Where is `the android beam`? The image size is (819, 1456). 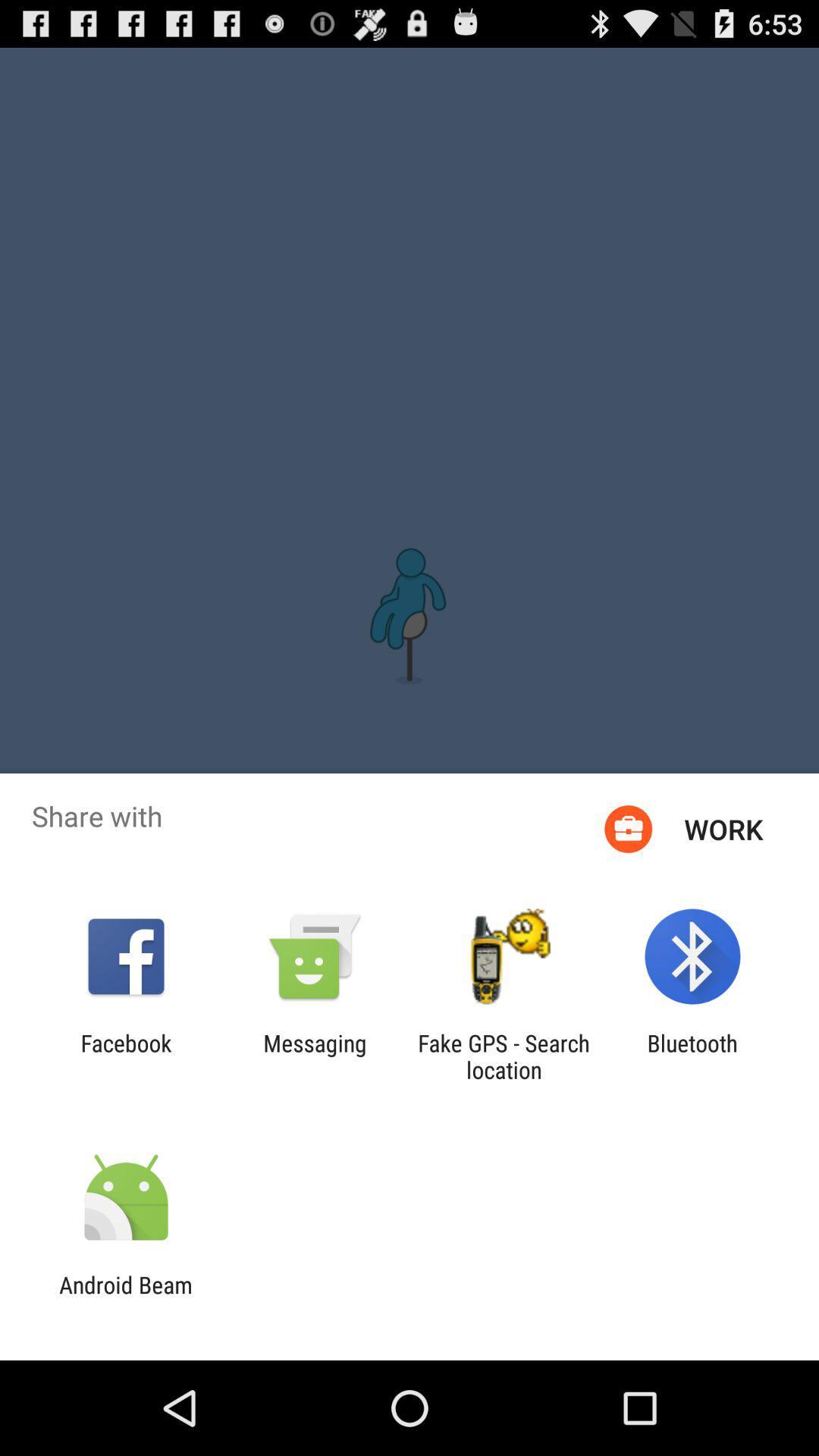 the android beam is located at coordinates (125, 1298).